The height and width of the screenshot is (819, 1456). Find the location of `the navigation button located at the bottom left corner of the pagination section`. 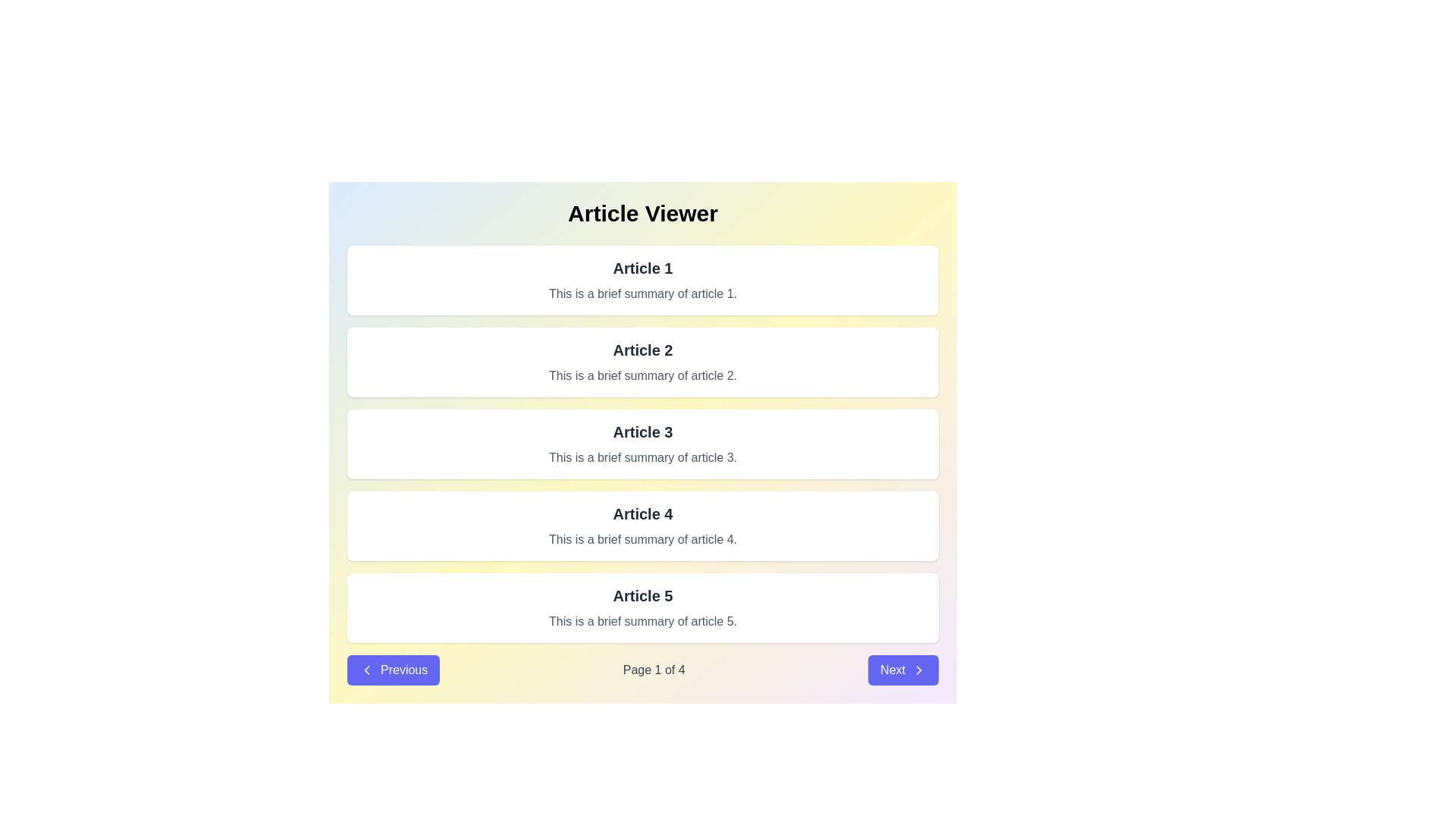

the navigation button located at the bottom left corner of the pagination section is located at coordinates (394, 669).